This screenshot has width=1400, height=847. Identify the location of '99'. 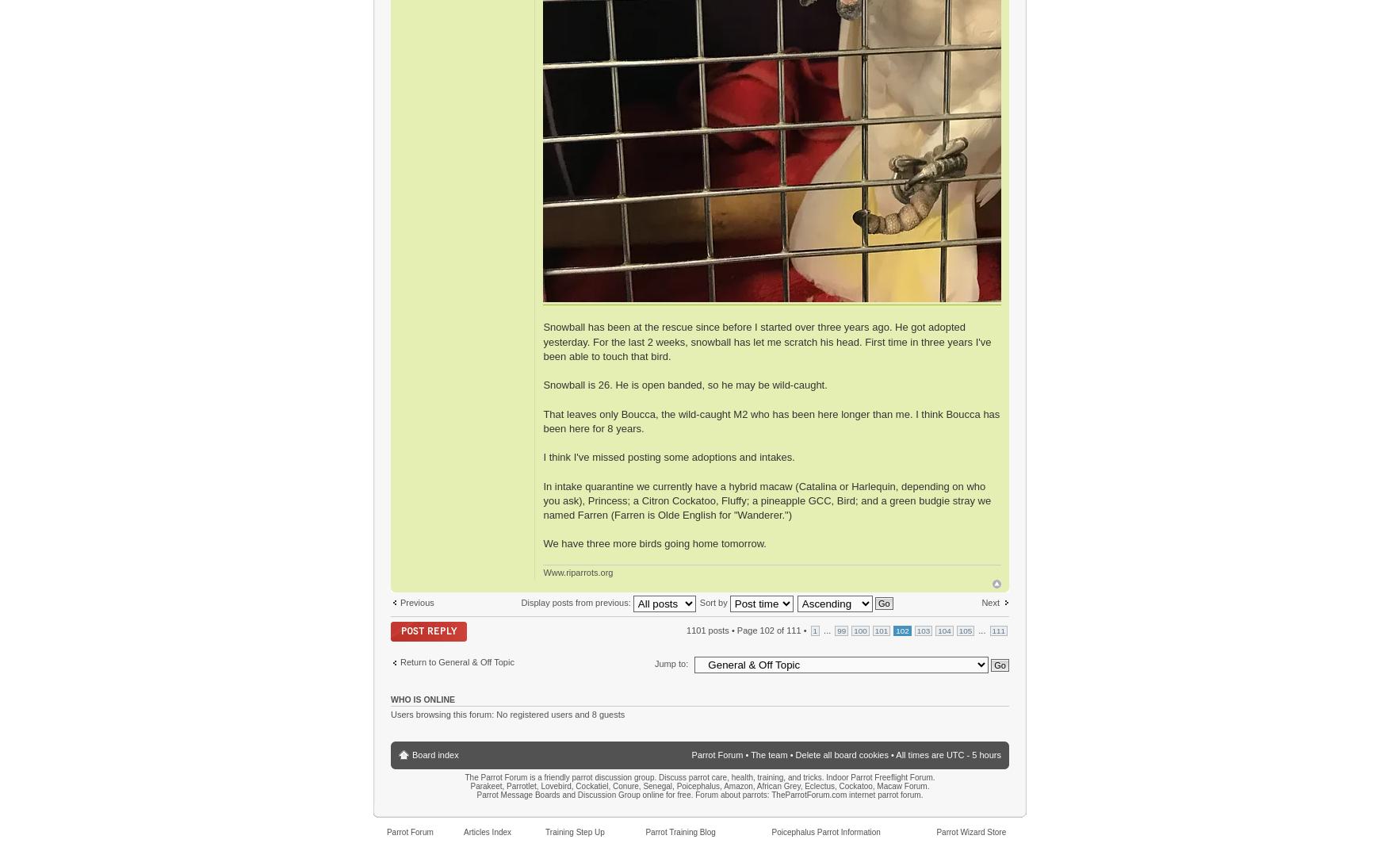
(840, 630).